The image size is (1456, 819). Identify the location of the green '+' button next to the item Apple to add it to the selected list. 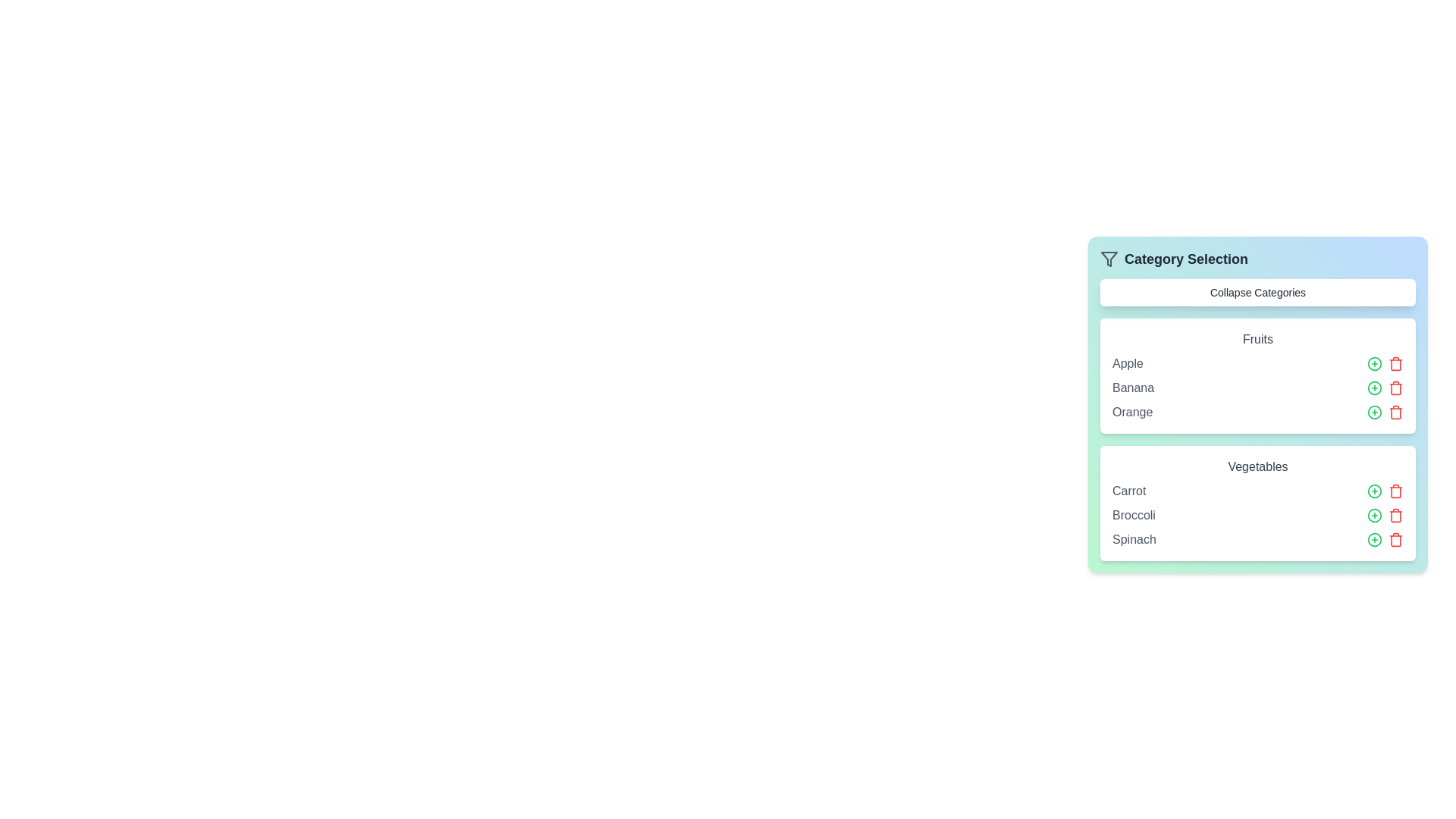
(1375, 363).